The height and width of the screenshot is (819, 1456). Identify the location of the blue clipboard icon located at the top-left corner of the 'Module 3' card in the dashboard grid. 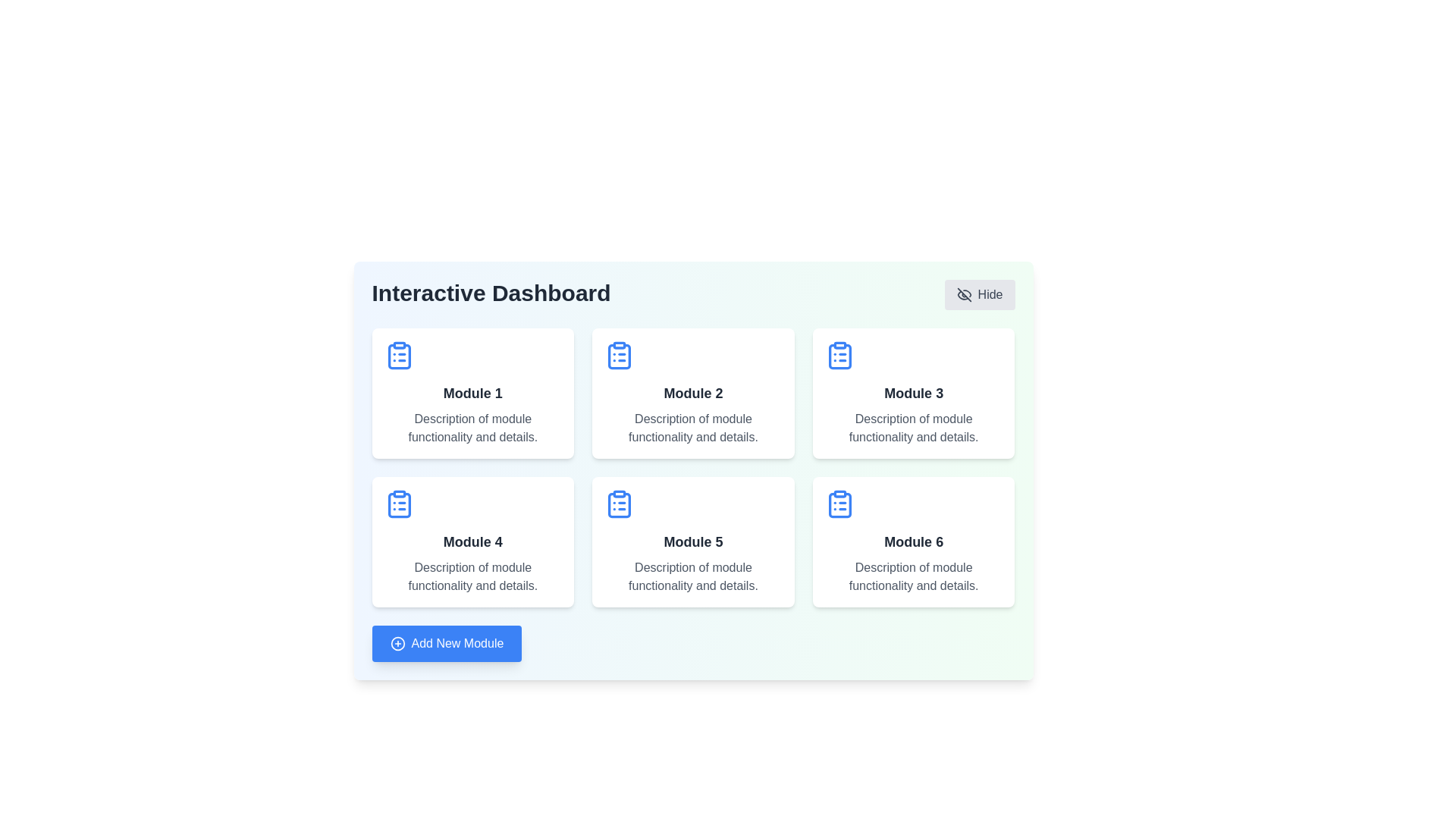
(839, 356).